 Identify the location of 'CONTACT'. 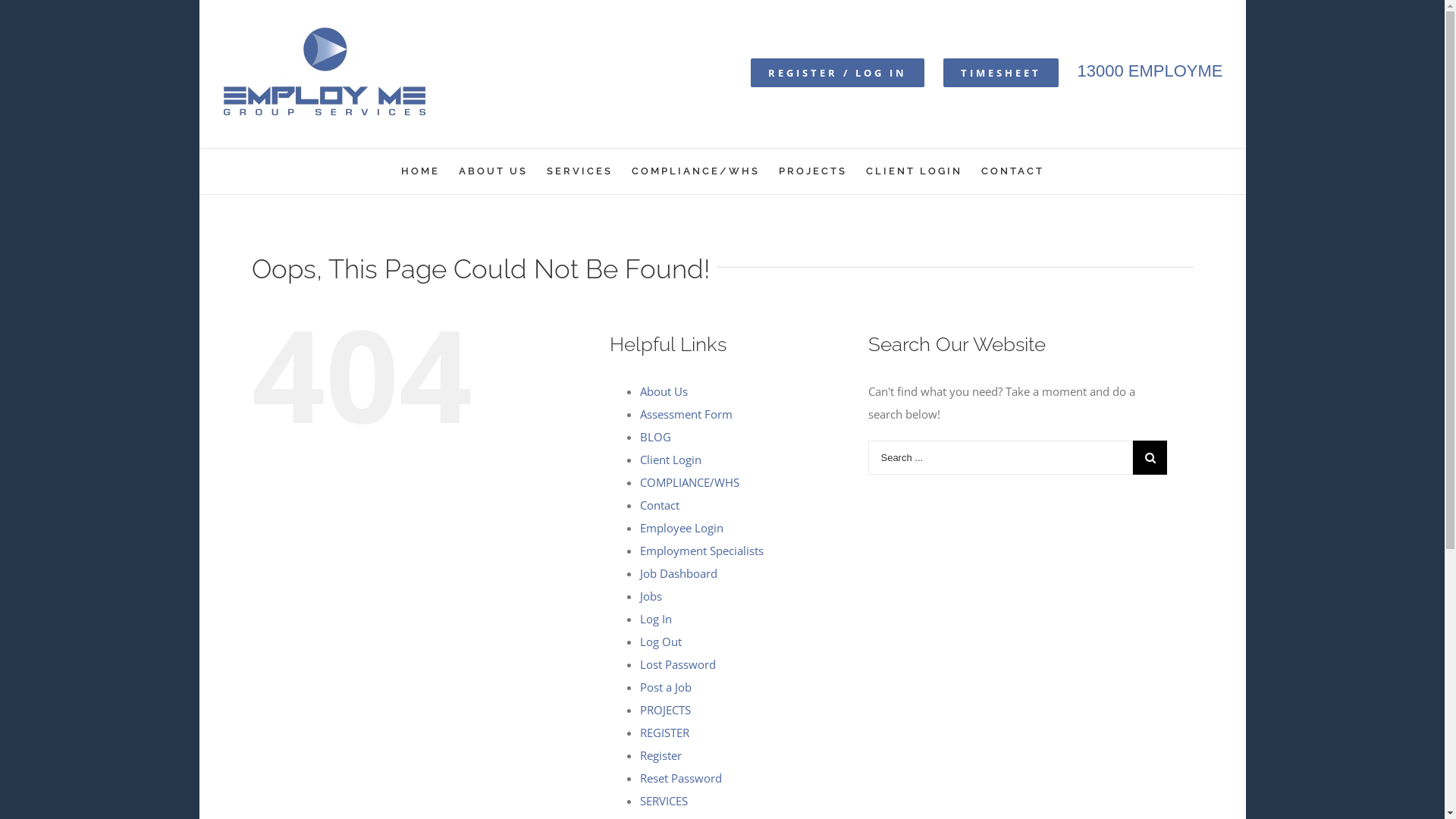
(1012, 171).